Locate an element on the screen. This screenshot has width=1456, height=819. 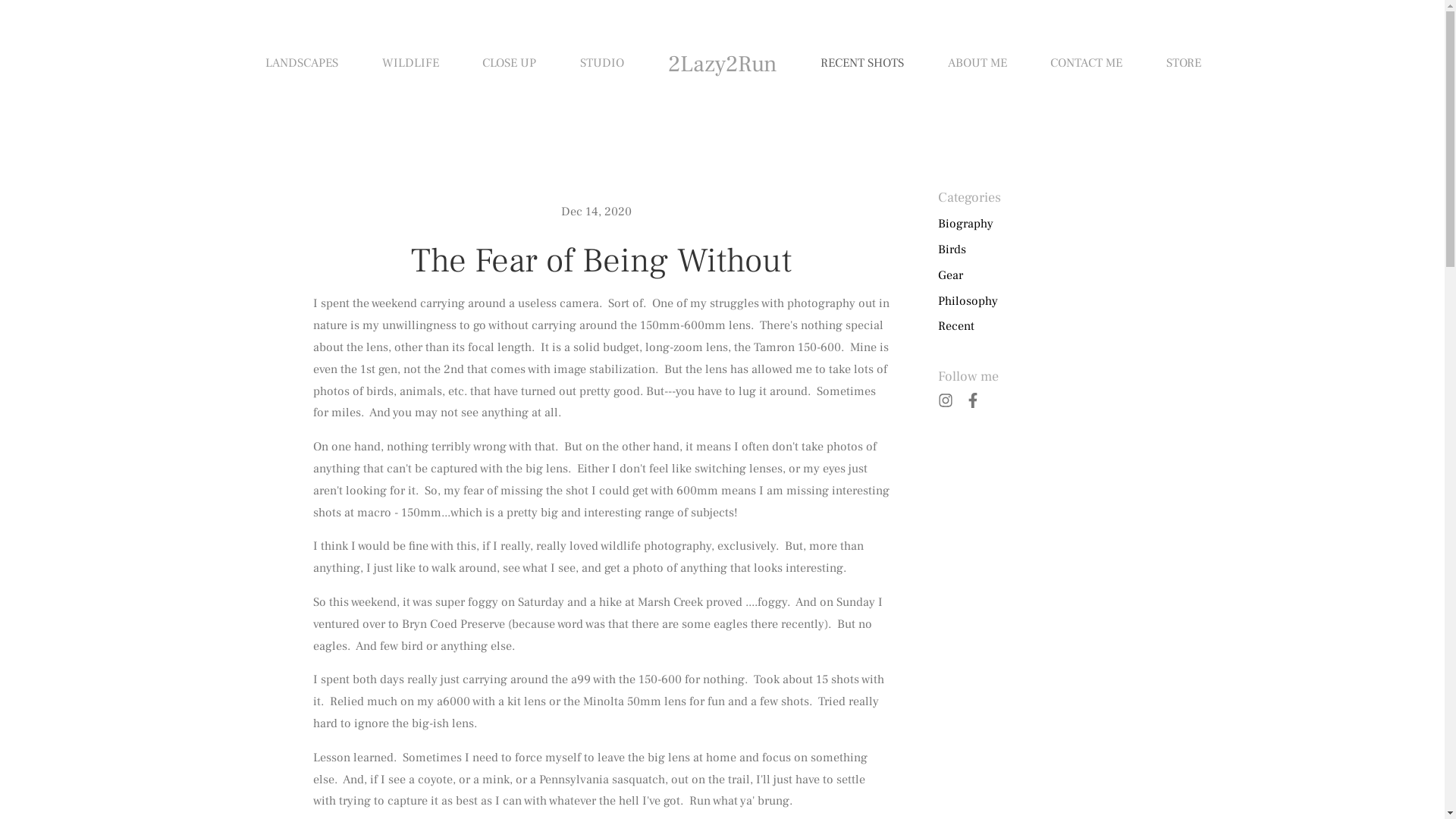
'2Lazy2Run' is located at coordinates (720, 63).